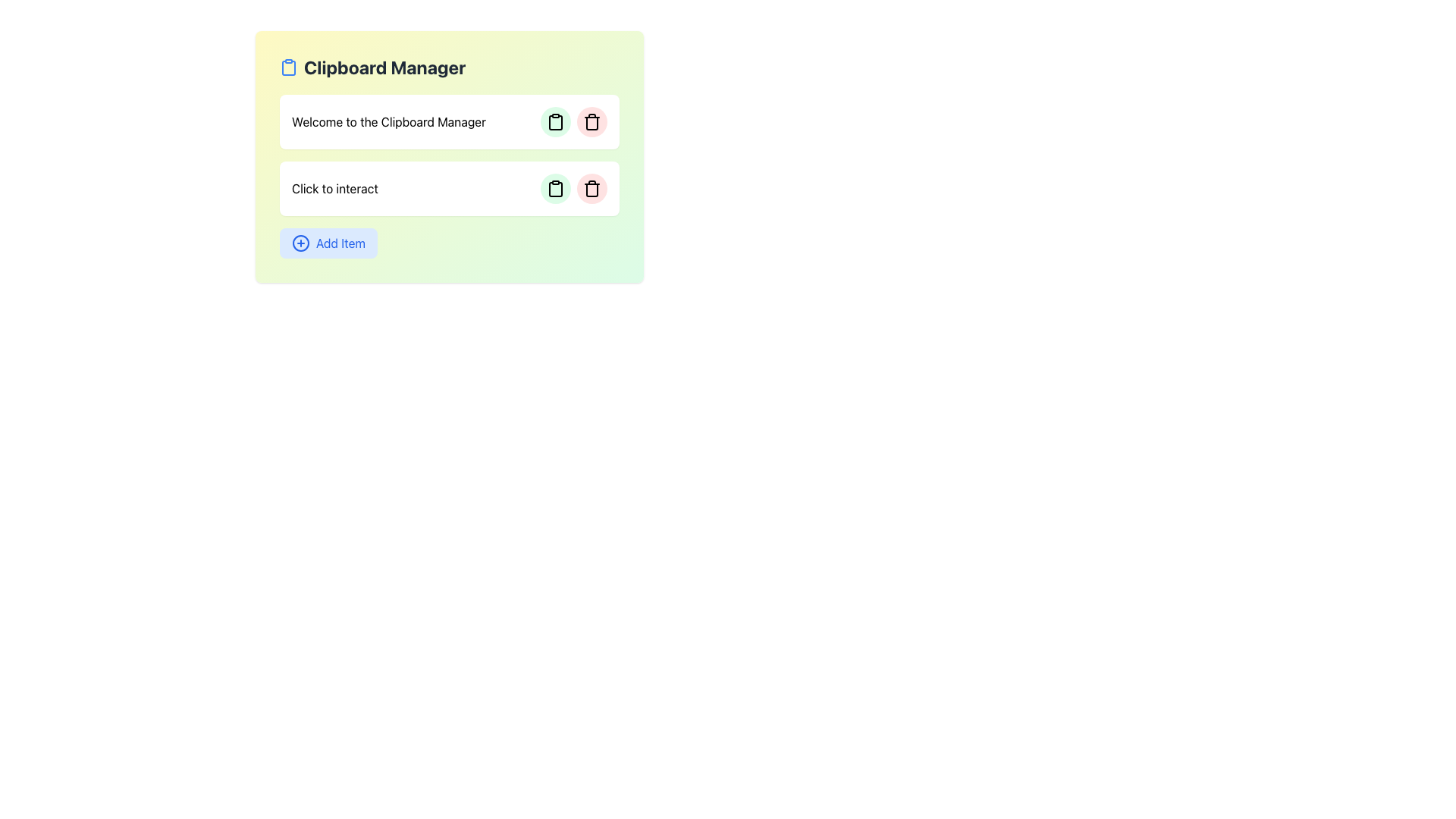  Describe the element at coordinates (288, 67) in the screenshot. I see `the clipboard icon located in the top-left section of the interface, which is positioned directly to the left of the text 'Clipboard Manager'` at that location.